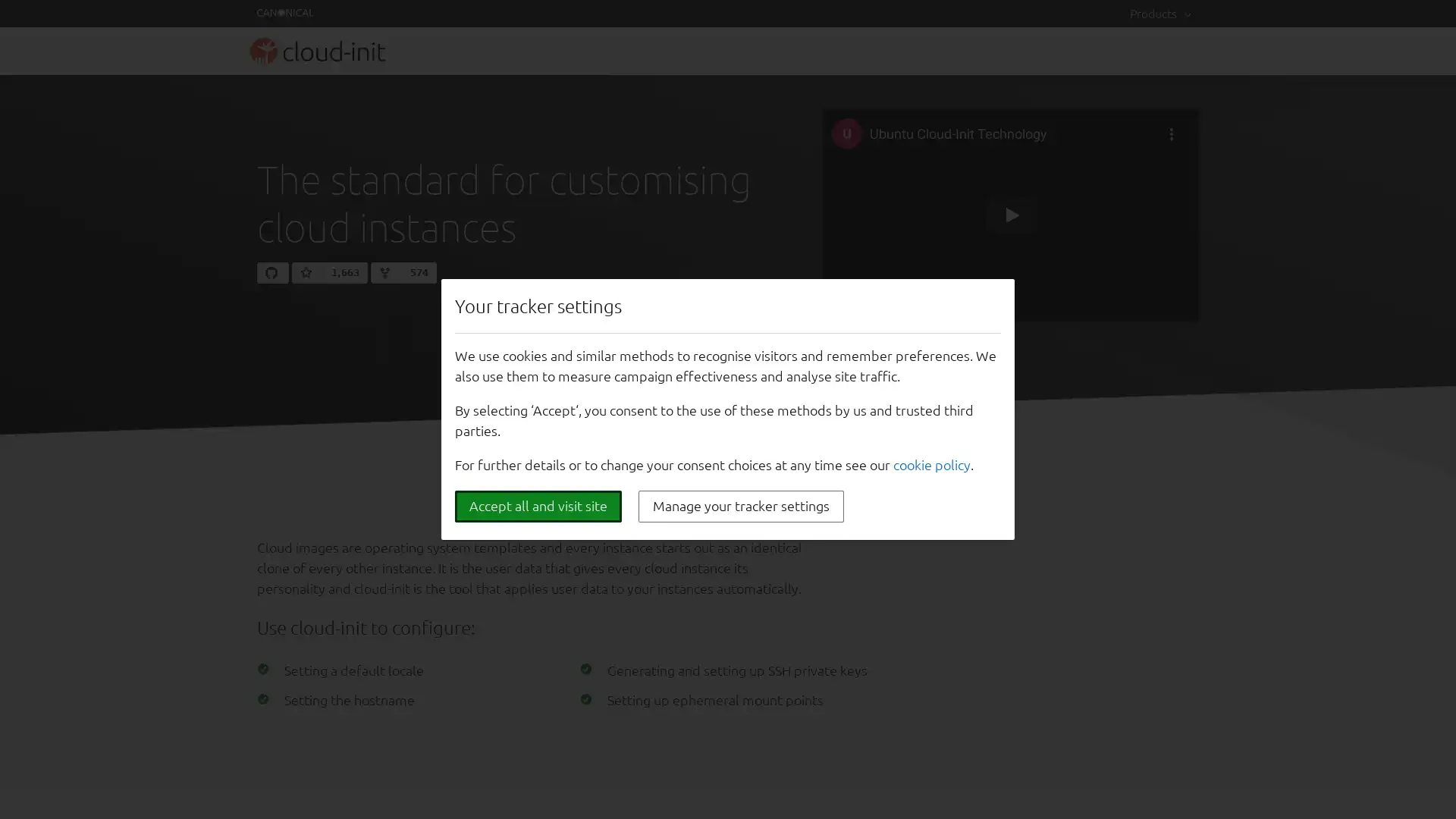 The width and height of the screenshot is (1456, 819). What do you see at coordinates (538, 506) in the screenshot?
I see `Accept all and visit site` at bounding box center [538, 506].